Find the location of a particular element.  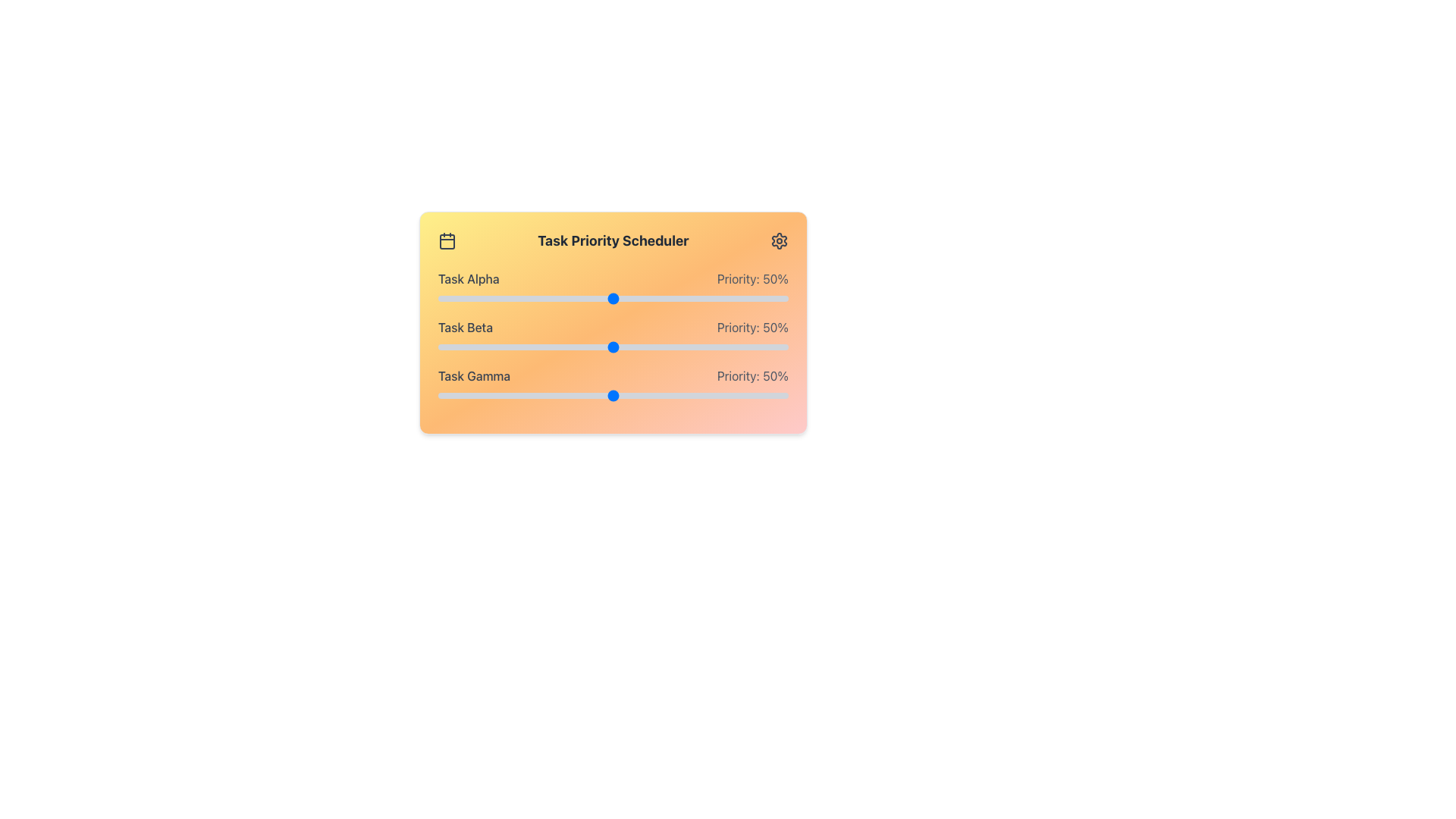

task priority is located at coordinates (447, 394).